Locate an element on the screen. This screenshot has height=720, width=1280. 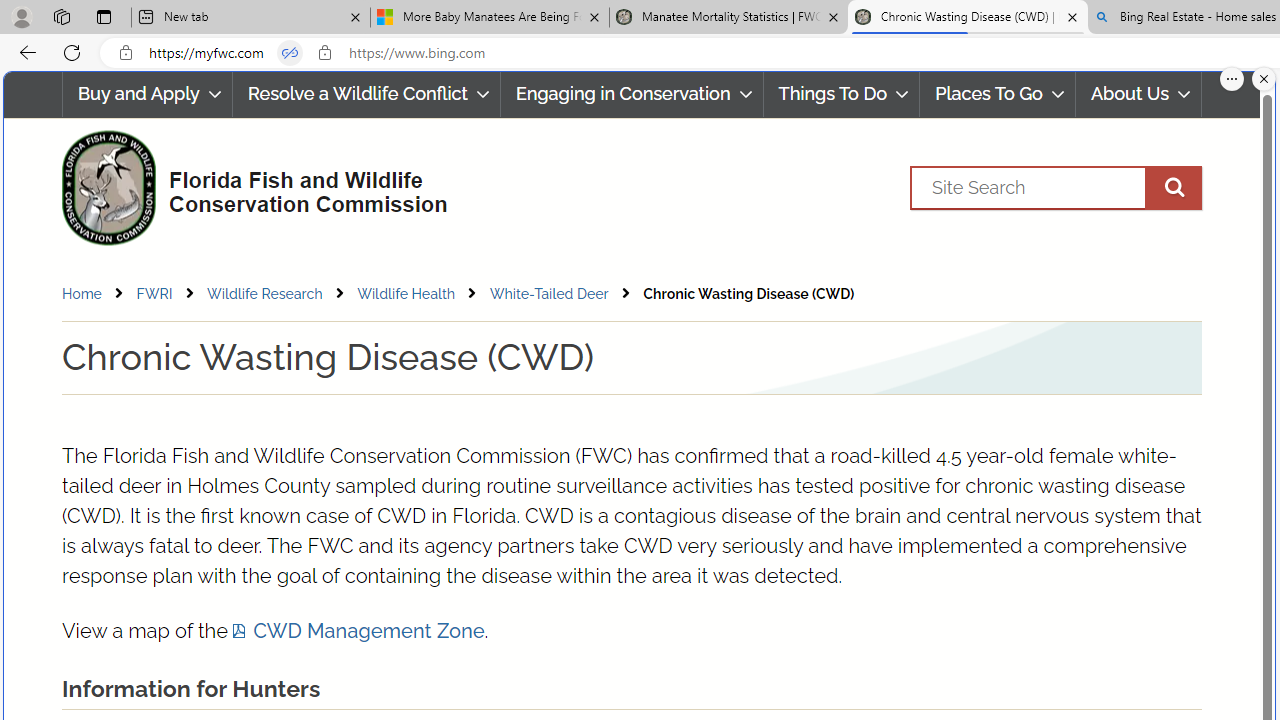
'FWRI' is located at coordinates (169, 293).